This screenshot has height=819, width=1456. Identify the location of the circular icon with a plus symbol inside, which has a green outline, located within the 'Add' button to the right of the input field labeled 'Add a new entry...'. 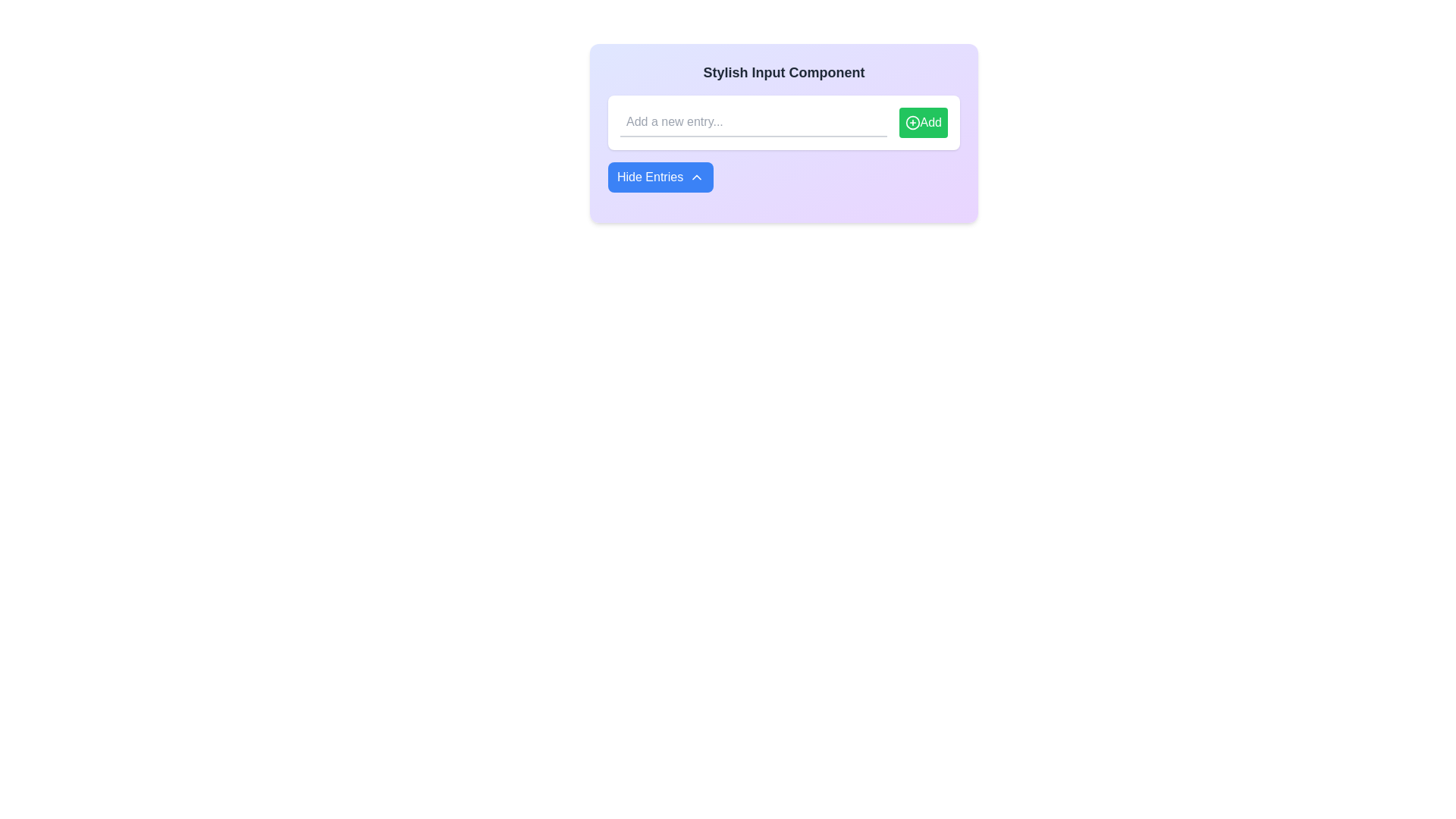
(912, 122).